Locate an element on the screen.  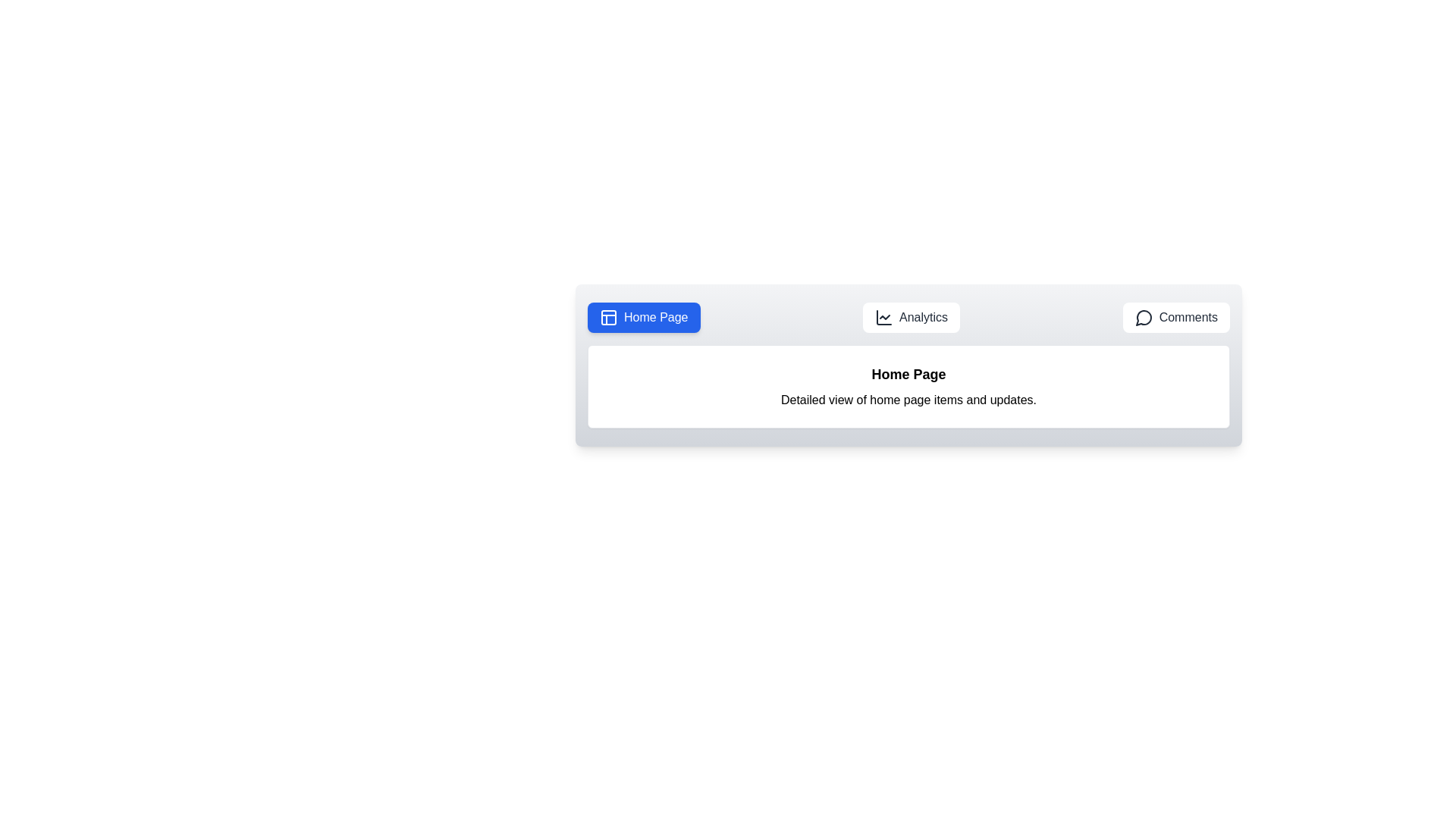
the Comments tab by clicking on the corresponding tab is located at coordinates (1175, 317).